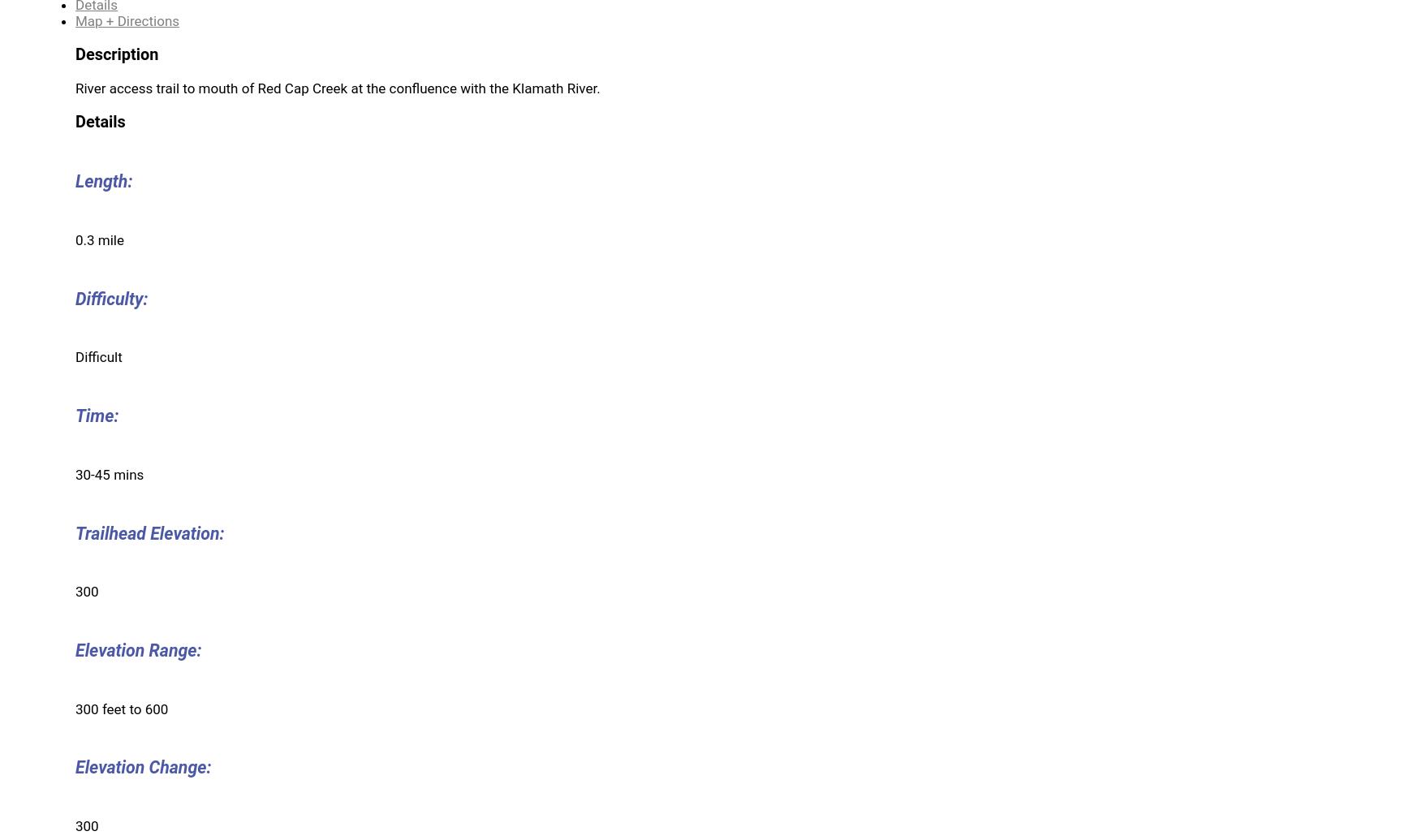  Describe the element at coordinates (75, 20) in the screenshot. I see `'Map + Directions'` at that location.